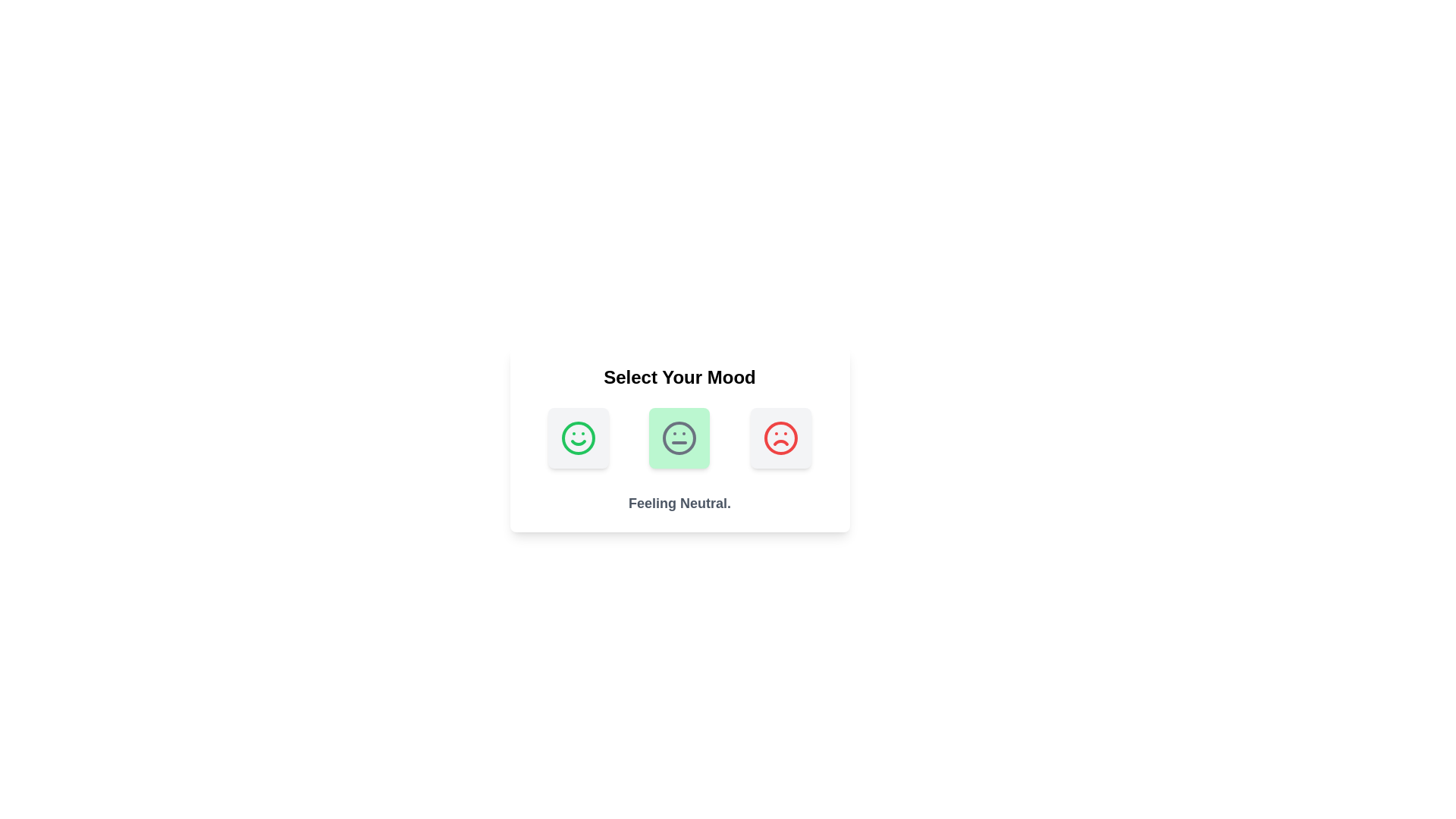 This screenshot has height=819, width=1456. I want to click on the SVG Circle Element with a green outline, part of the leftmost smiley face icon in the mood selection component, so click(578, 438).